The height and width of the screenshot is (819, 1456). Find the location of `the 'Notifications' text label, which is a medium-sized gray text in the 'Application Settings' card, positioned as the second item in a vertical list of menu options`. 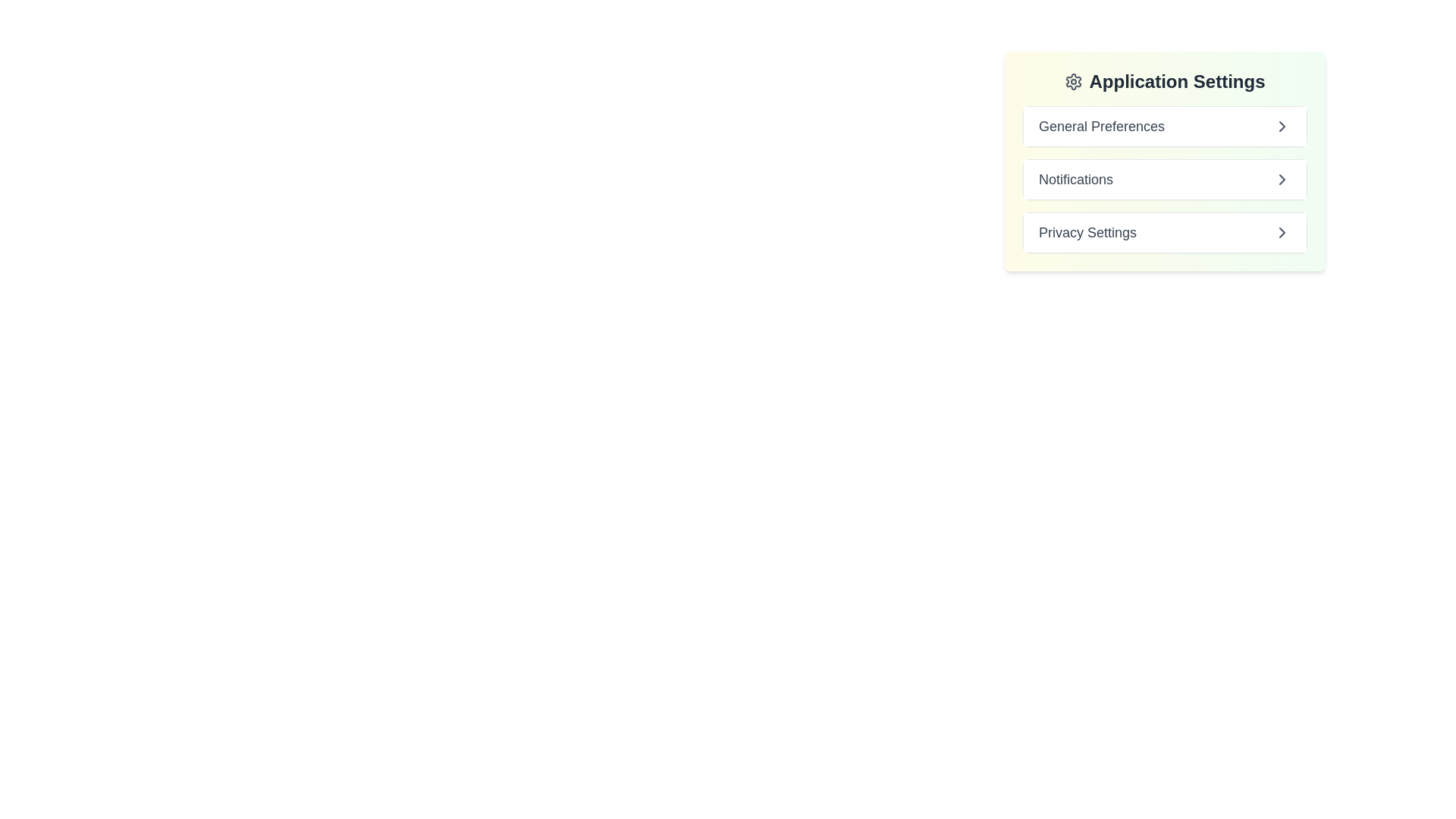

the 'Notifications' text label, which is a medium-sized gray text in the 'Application Settings' card, positioned as the second item in a vertical list of menu options is located at coordinates (1075, 178).